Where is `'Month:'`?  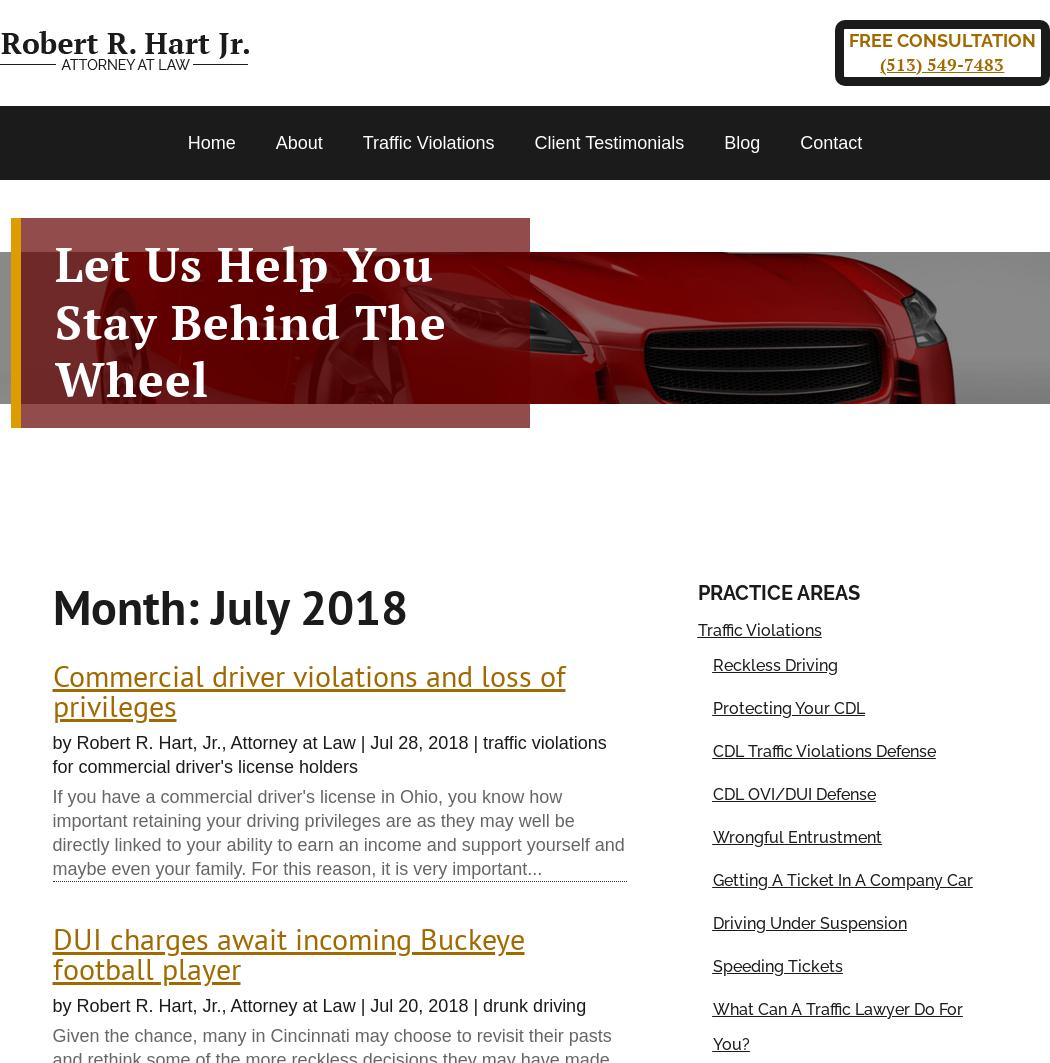 'Month:' is located at coordinates (130, 605).